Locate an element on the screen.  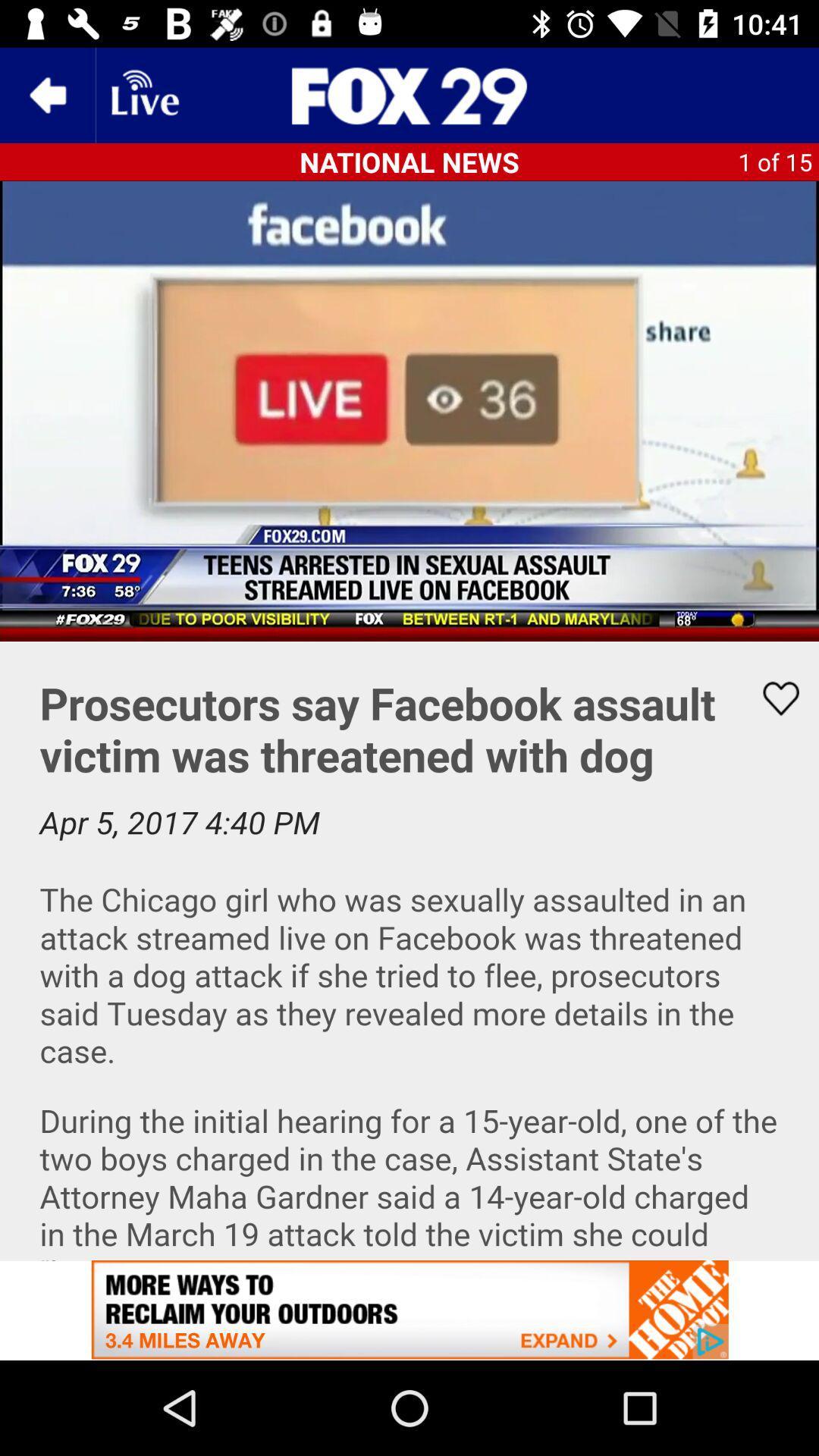
the sliders icon is located at coordinates (409, 94).